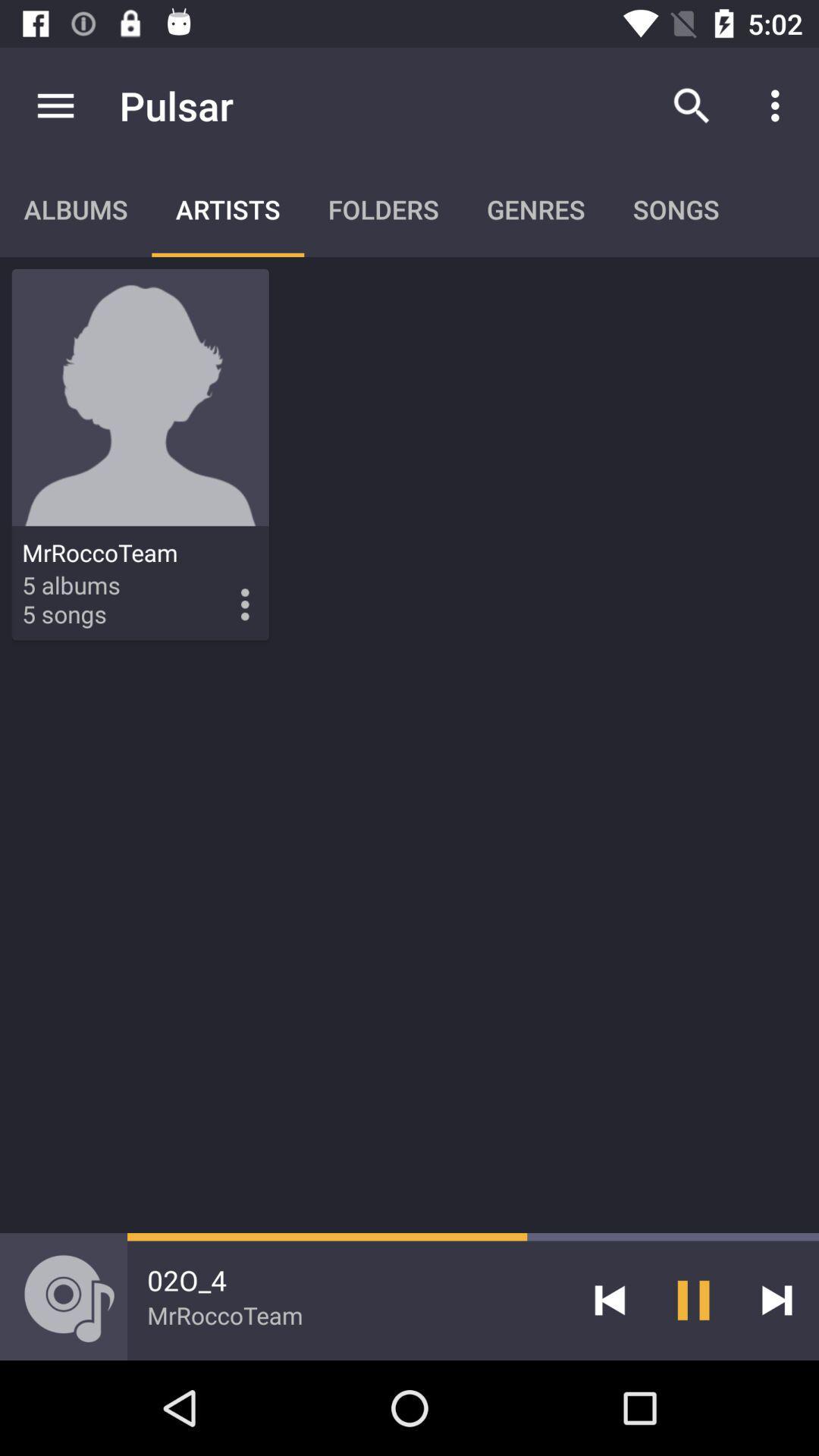 The width and height of the screenshot is (819, 1456). I want to click on the skip_previous icon, so click(609, 1299).